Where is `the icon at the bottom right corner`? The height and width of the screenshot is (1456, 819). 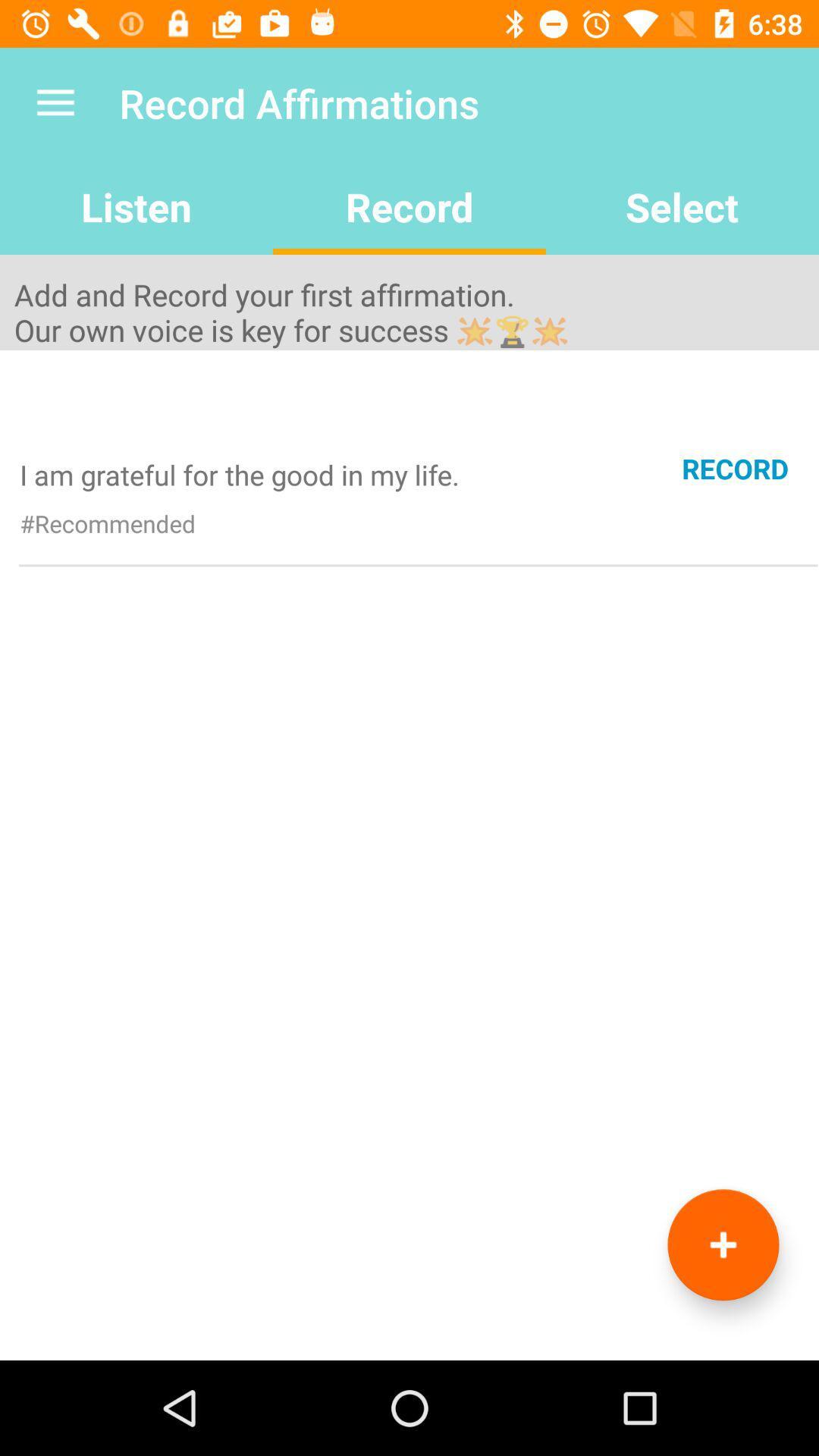 the icon at the bottom right corner is located at coordinates (722, 1244).